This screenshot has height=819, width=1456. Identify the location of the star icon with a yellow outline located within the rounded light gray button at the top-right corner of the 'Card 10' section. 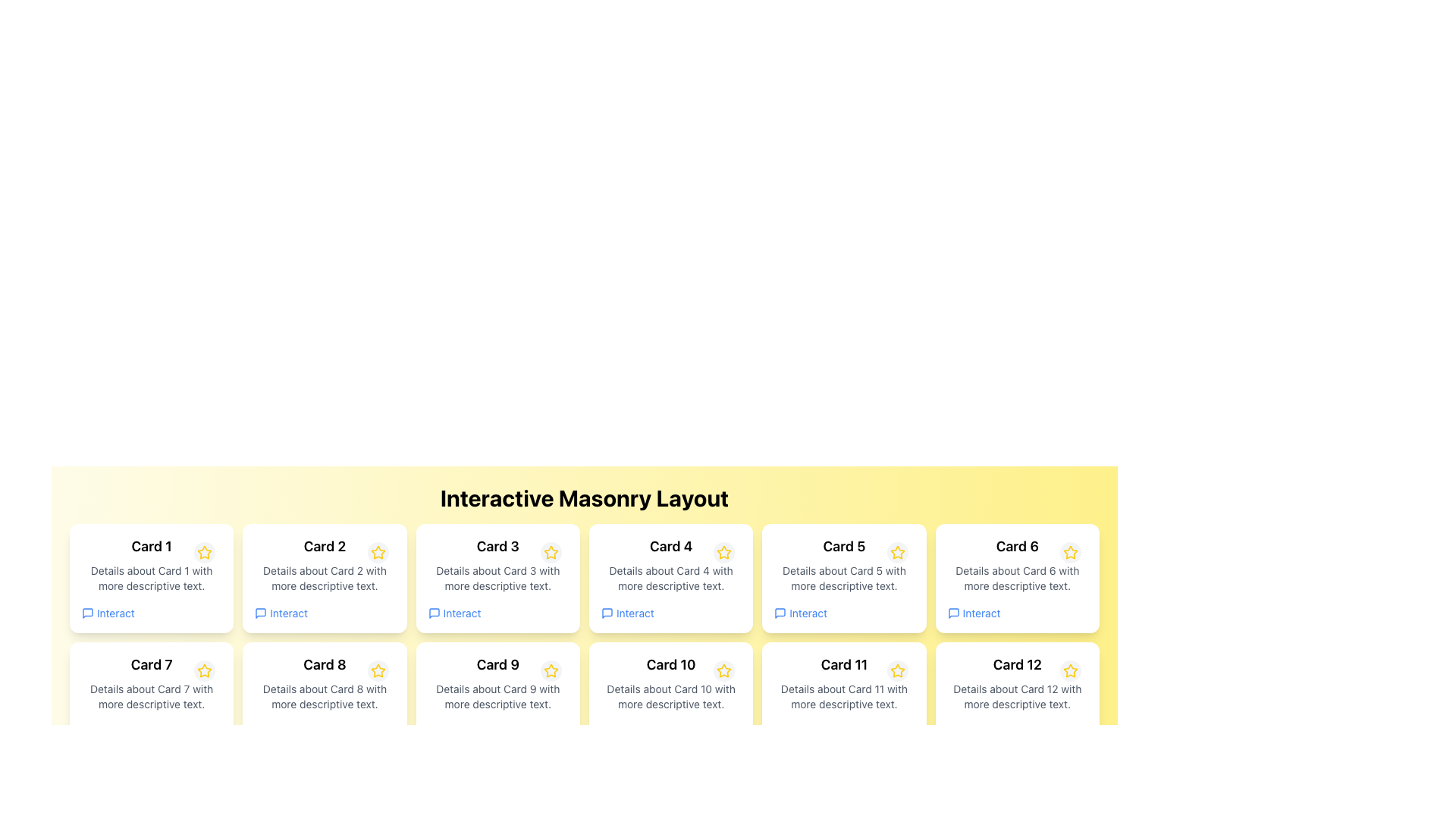
(723, 670).